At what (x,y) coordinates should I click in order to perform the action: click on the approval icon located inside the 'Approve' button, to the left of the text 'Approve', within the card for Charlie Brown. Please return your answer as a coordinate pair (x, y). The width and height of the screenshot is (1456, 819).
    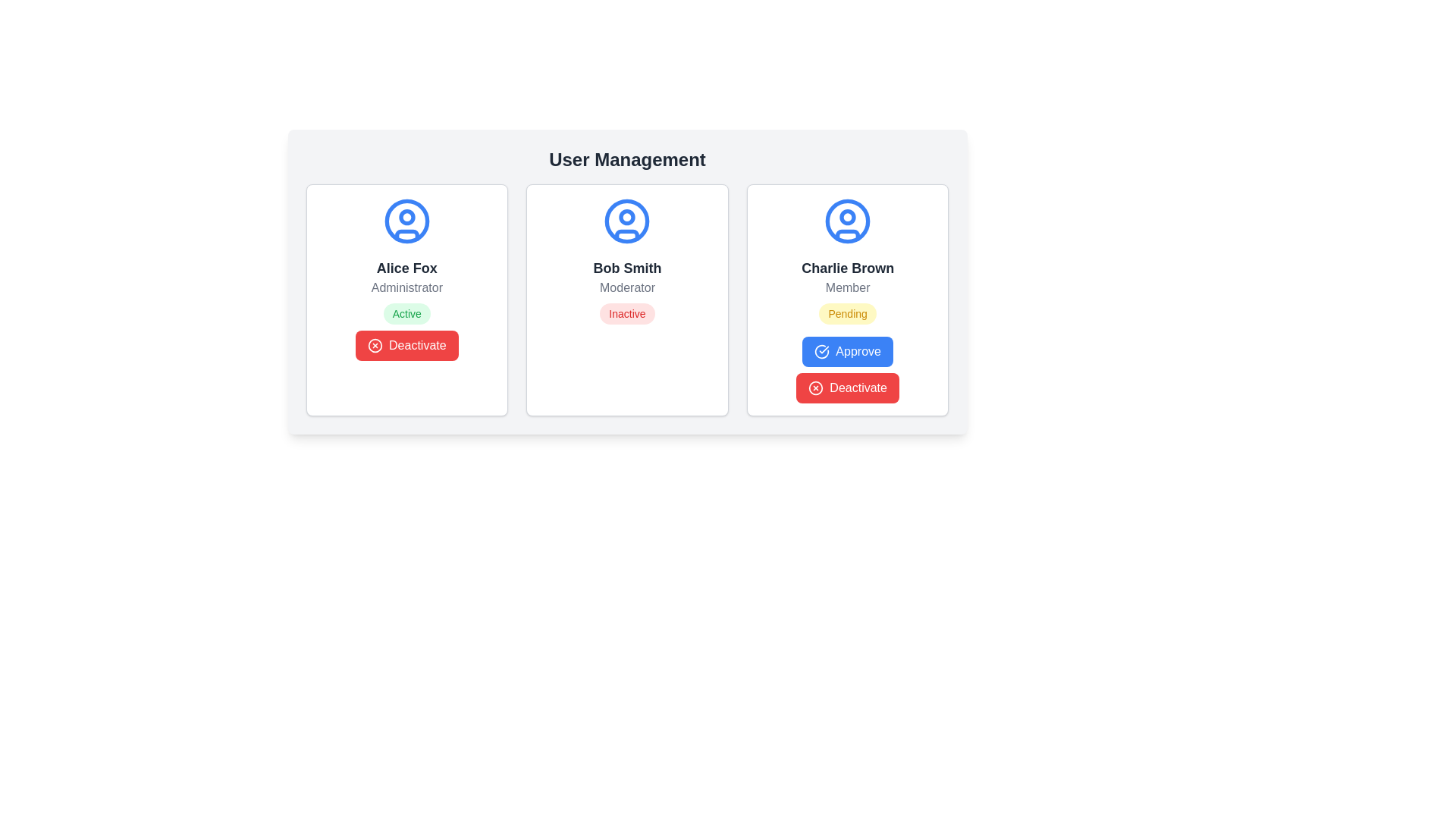
    Looking at the image, I should click on (821, 351).